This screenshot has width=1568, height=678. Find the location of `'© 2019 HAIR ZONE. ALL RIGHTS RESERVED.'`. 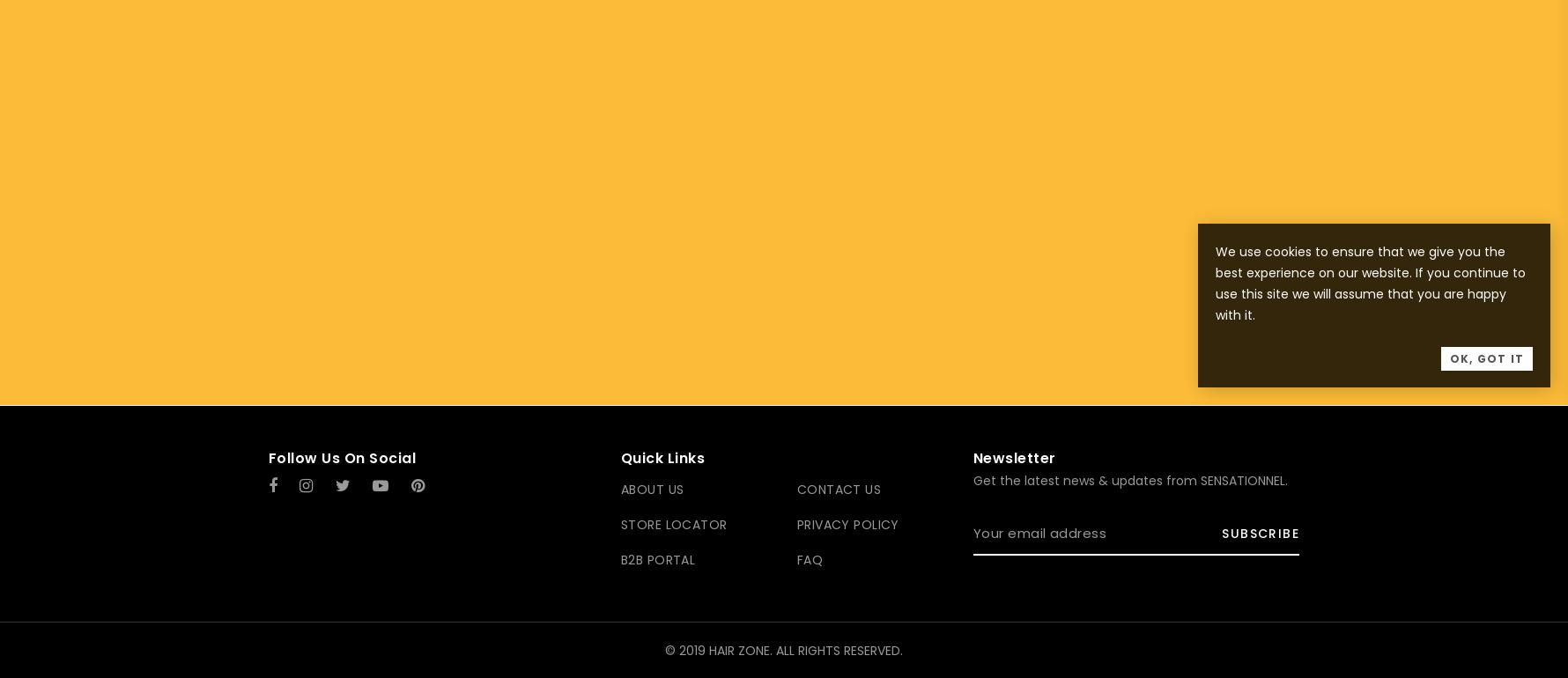

'© 2019 HAIR ZONE. ALL RIGHTS RESERVED.' is located at coordinates (784, 650).